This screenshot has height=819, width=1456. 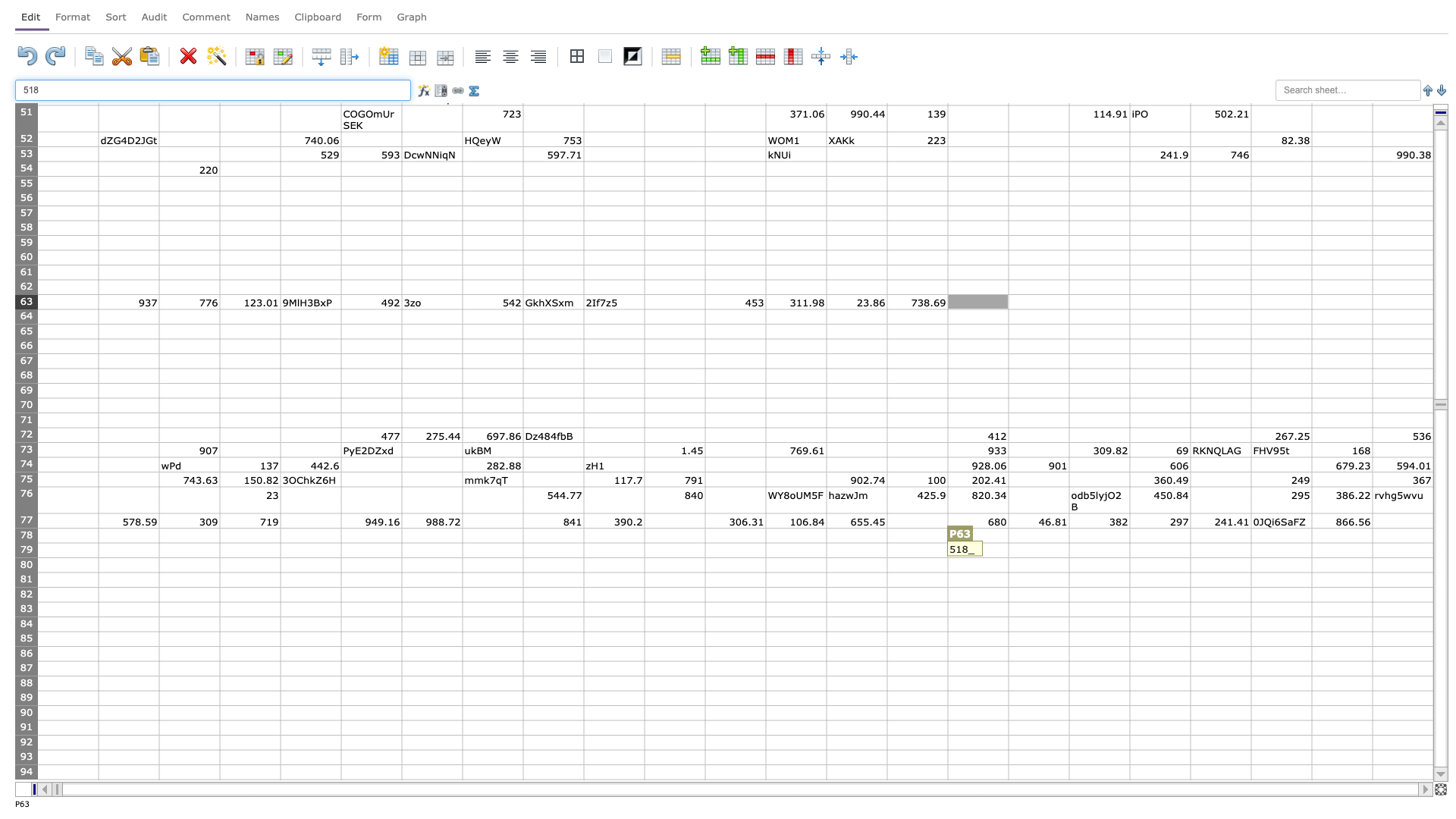 I want to click on Upper left corner of cell Q79, so click(x=1008, y=542).